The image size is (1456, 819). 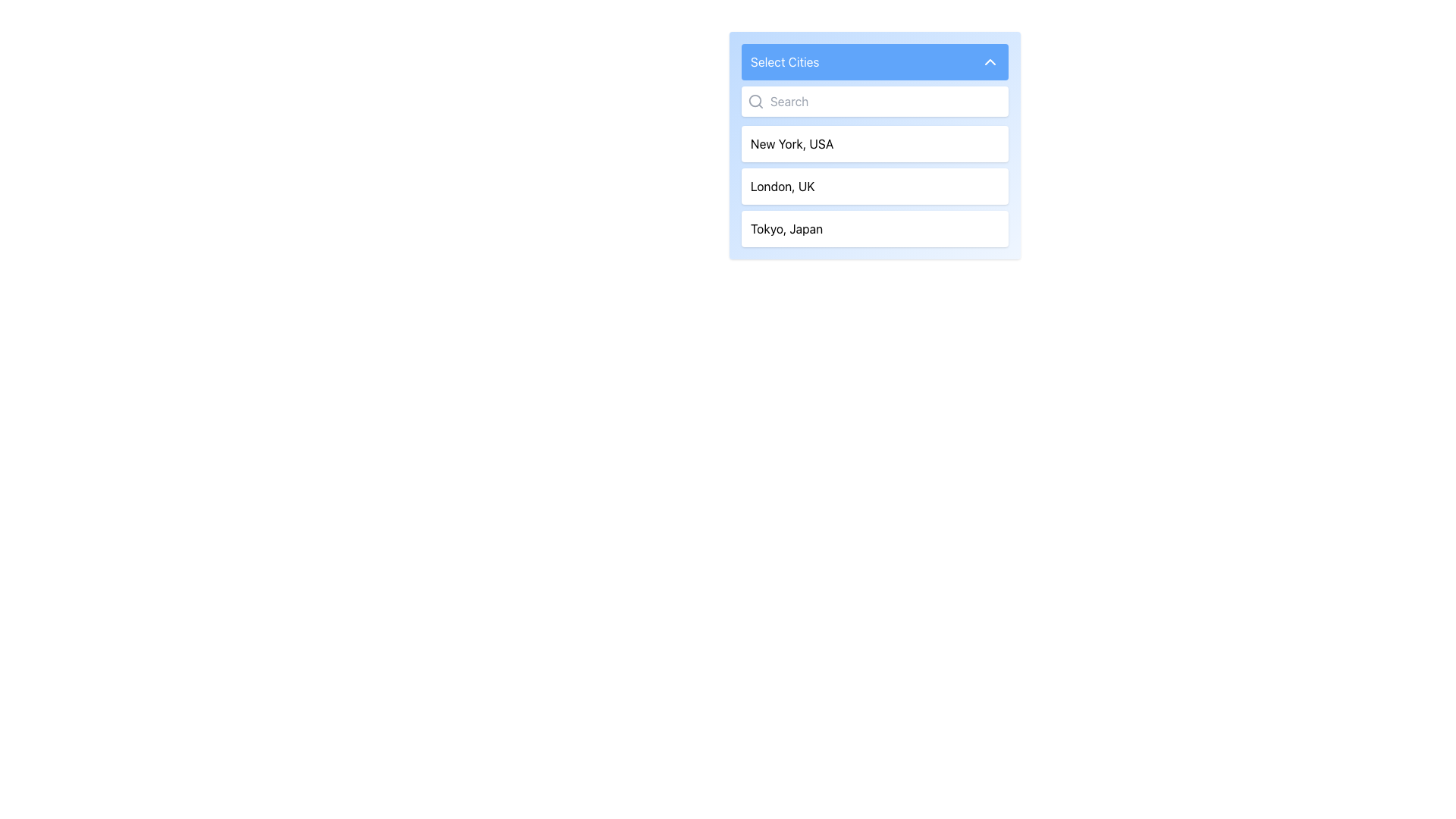 I want to click on the text label 'New York, USA' in the dropdown list titled 'Select Cities', so click(x=791, y=143).